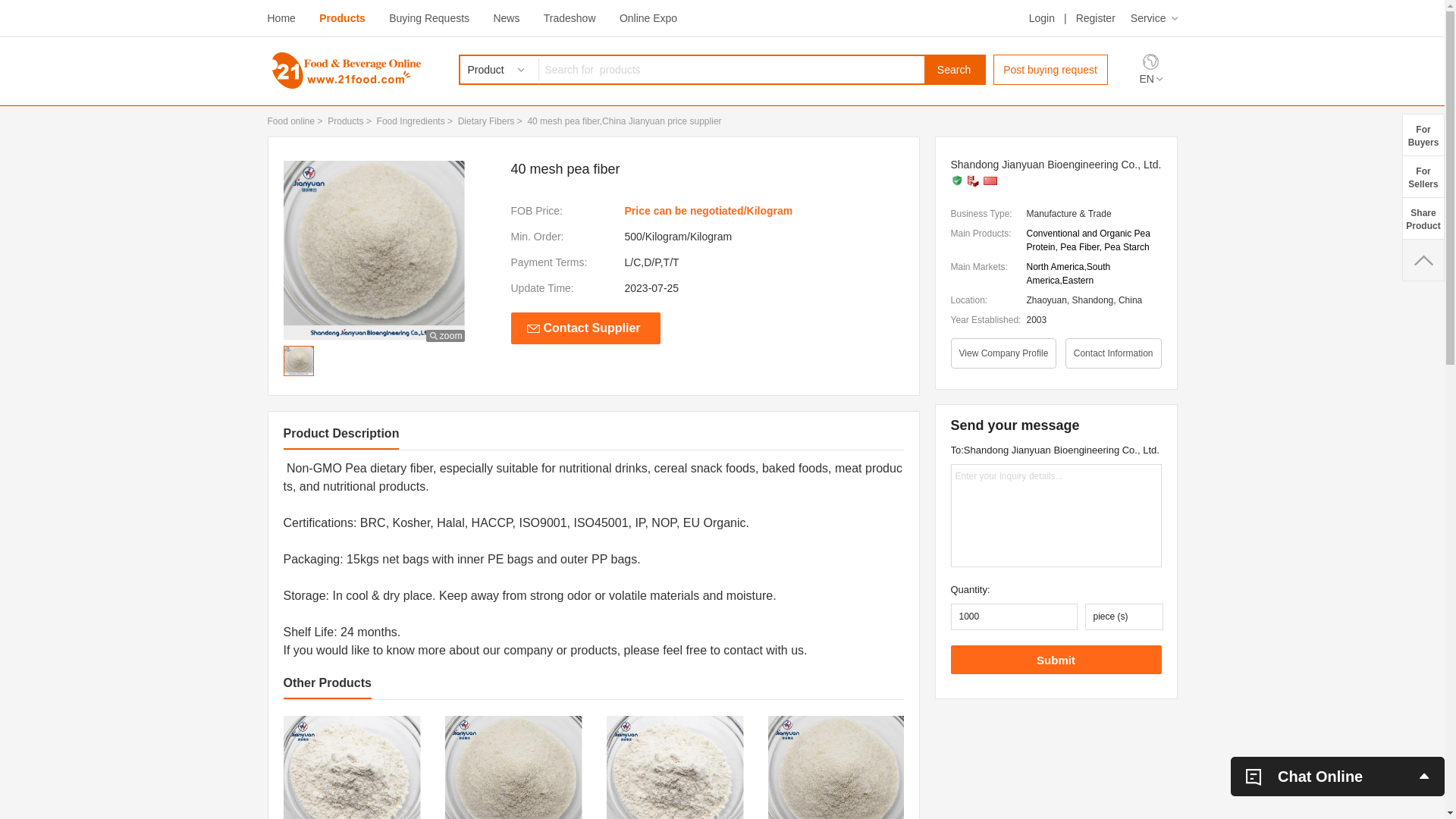  Describe the element at coordinates (1050, 70) in the screenshot. I see `'Post buying request'` at that location.